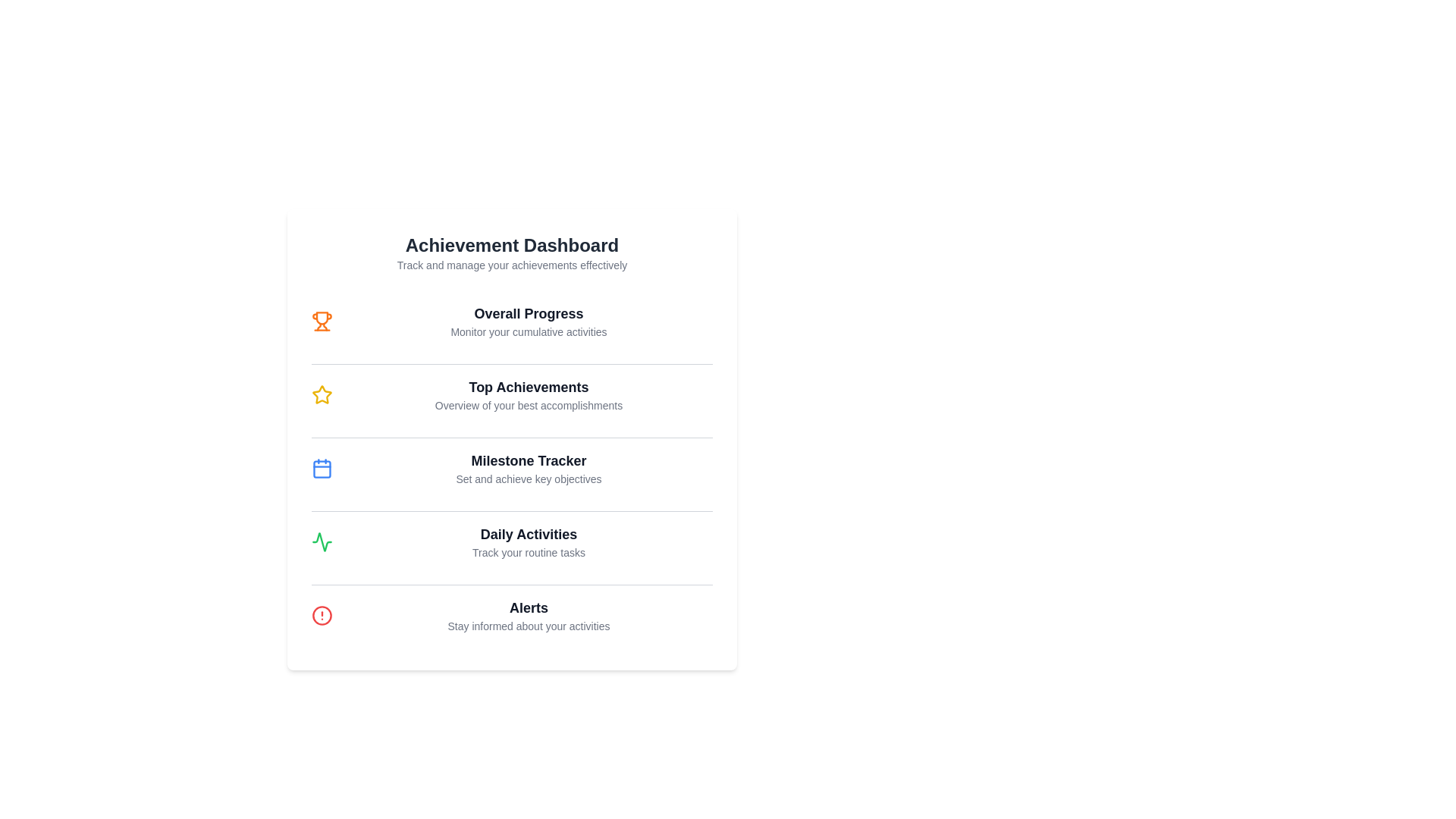 This screenshot has width=1456, height=819. Describe the element at coordinates (529, 479) in the screenshot. I see `the static text label 'Set and achieve key objectives' which is positioned below the title 'Milestone Tracker'` at that location.